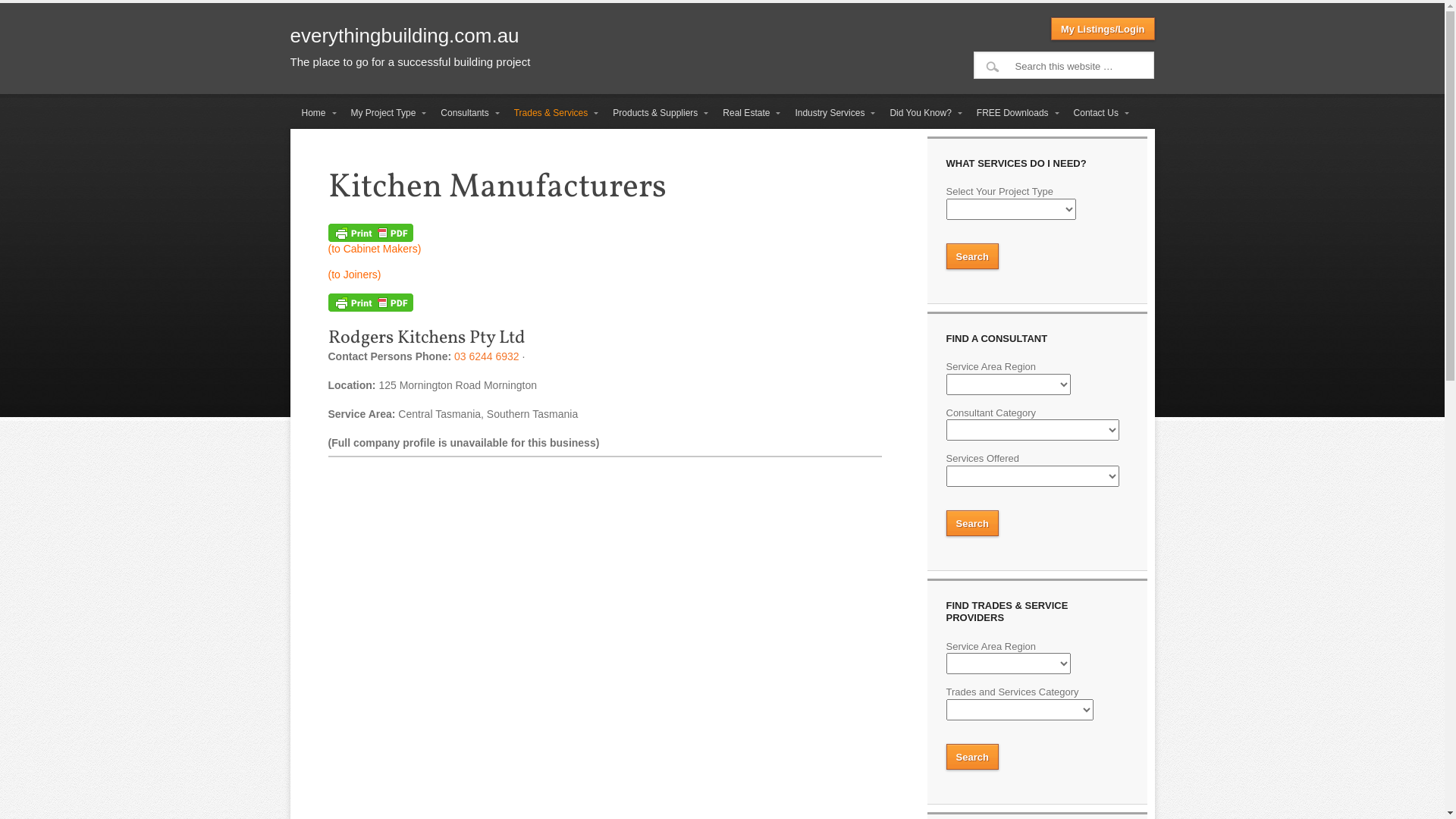  I want to click on '(to Joiners)', so click(353, 275).